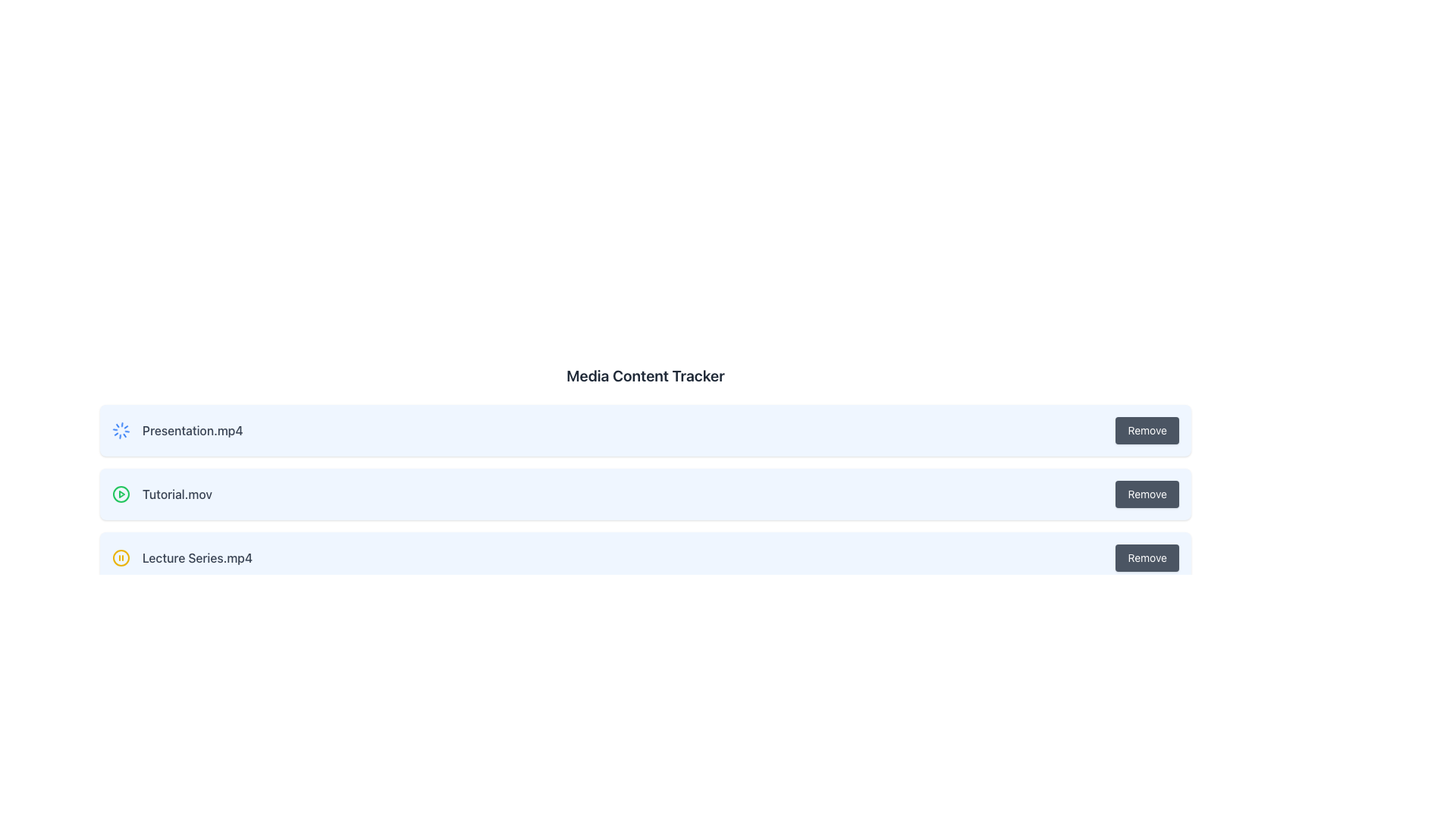 The width and height of the screenshot is (1456, 819). I want to click on the paused state icon located to the left of the title 'Lecture Series.mp4' in the third row of media files, so click(120, 558).